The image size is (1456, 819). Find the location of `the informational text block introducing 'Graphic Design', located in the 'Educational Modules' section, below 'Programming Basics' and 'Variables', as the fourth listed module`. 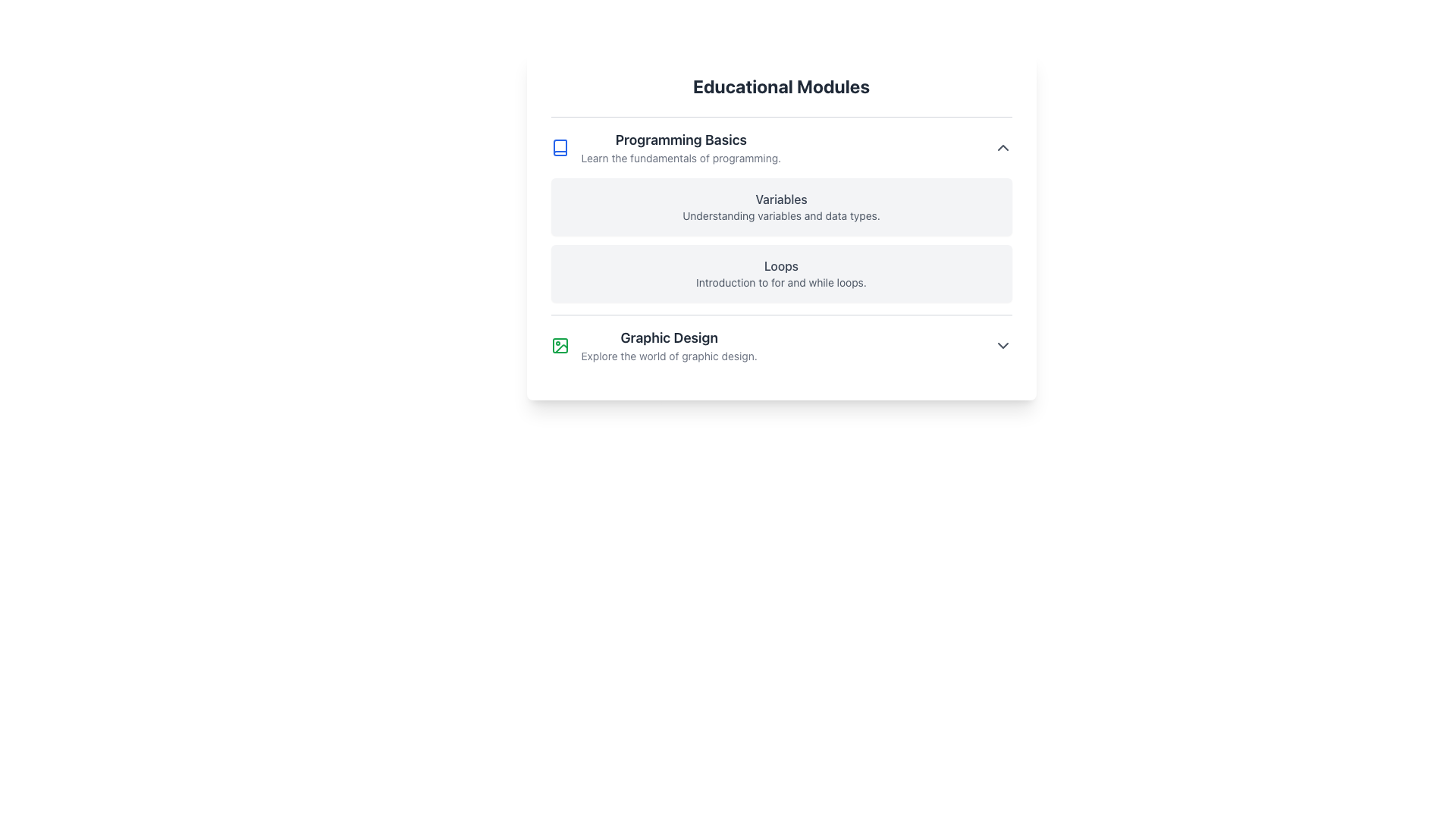

the informational text block introducing 'Graphic Design', located in the 'Educational Modules' section, below 'Programming Basics' and 'Variables', as the fourth listed module is located at coordinates (668, 345).